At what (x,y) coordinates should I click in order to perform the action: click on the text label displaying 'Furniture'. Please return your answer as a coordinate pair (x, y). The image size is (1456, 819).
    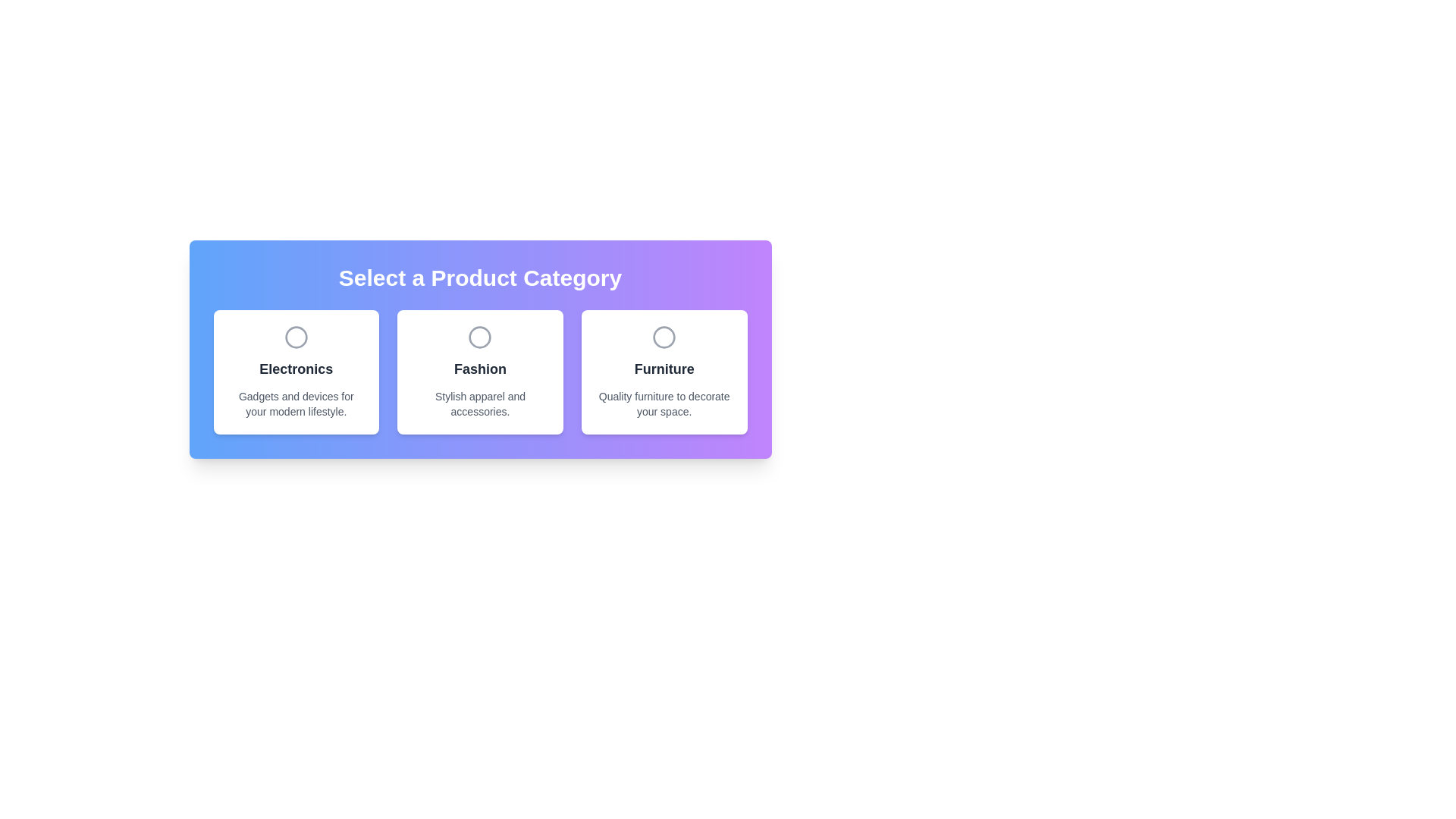
    Looking at the image, I should click on (664, 369).